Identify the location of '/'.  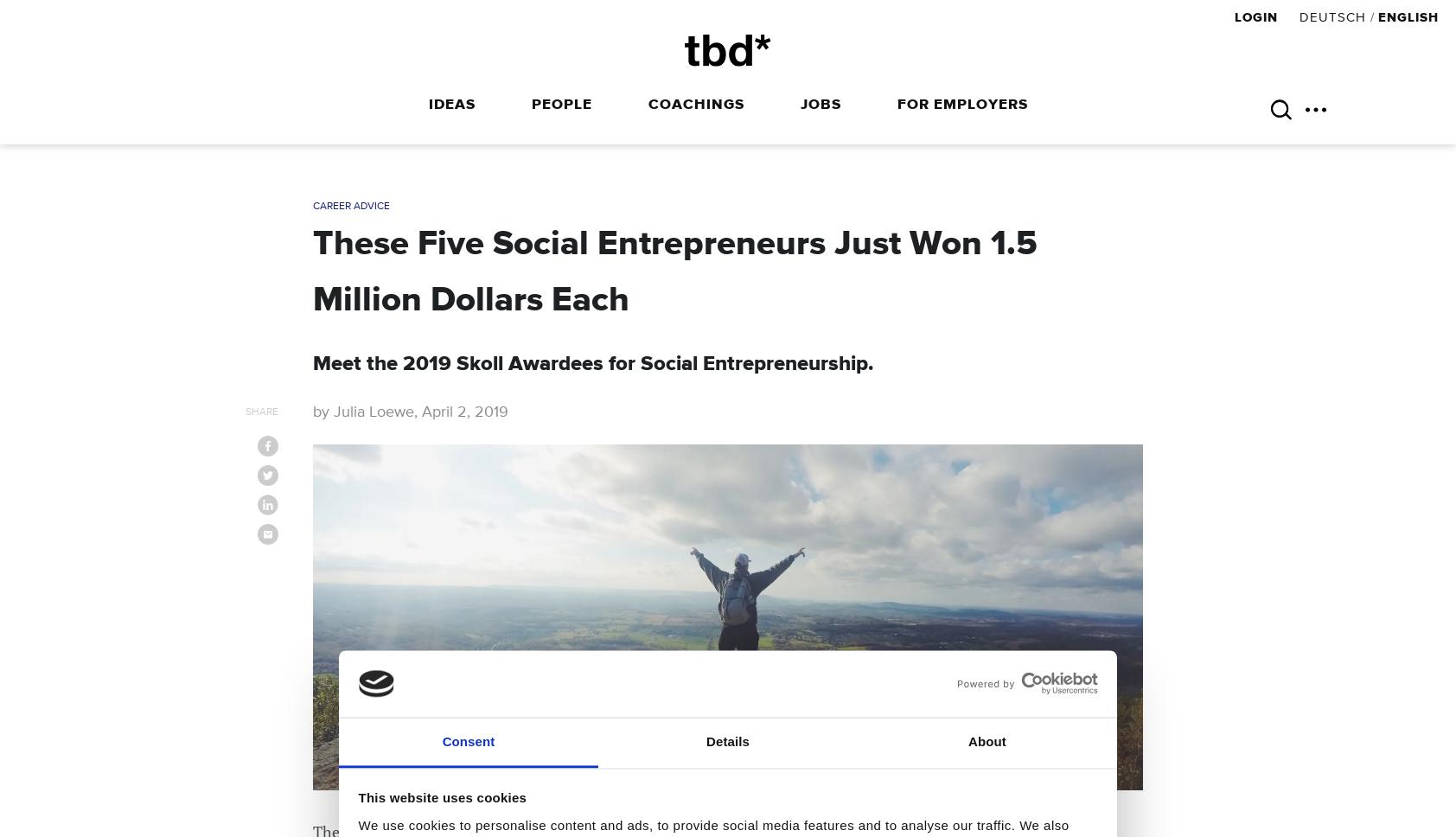
(1371, 17).